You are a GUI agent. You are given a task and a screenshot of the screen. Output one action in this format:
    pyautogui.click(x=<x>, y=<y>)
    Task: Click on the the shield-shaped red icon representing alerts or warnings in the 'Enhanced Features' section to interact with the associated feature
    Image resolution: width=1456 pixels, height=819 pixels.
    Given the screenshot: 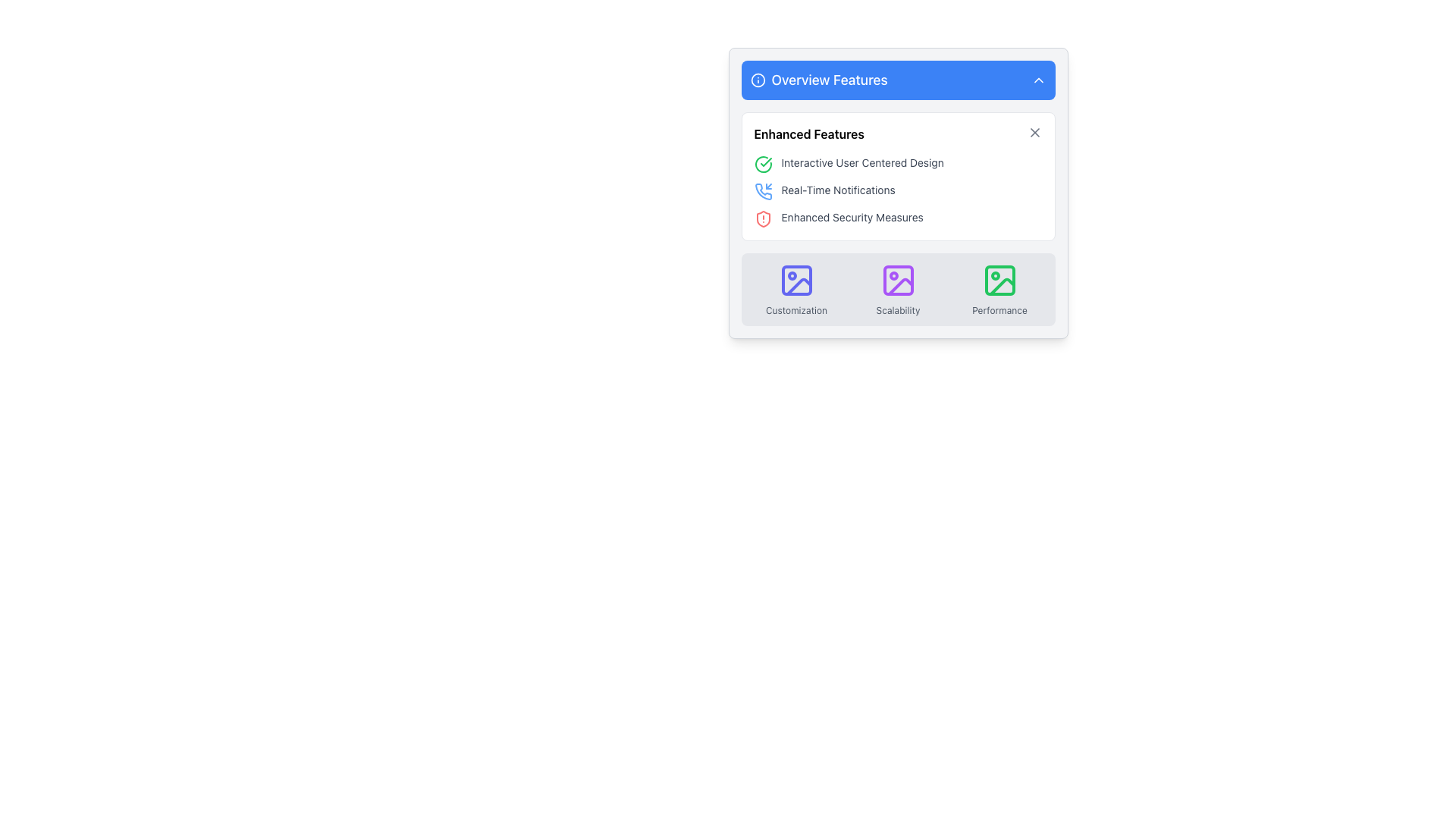 What is the action you would take?
    pyautogui.click(x=763, y=219)
    